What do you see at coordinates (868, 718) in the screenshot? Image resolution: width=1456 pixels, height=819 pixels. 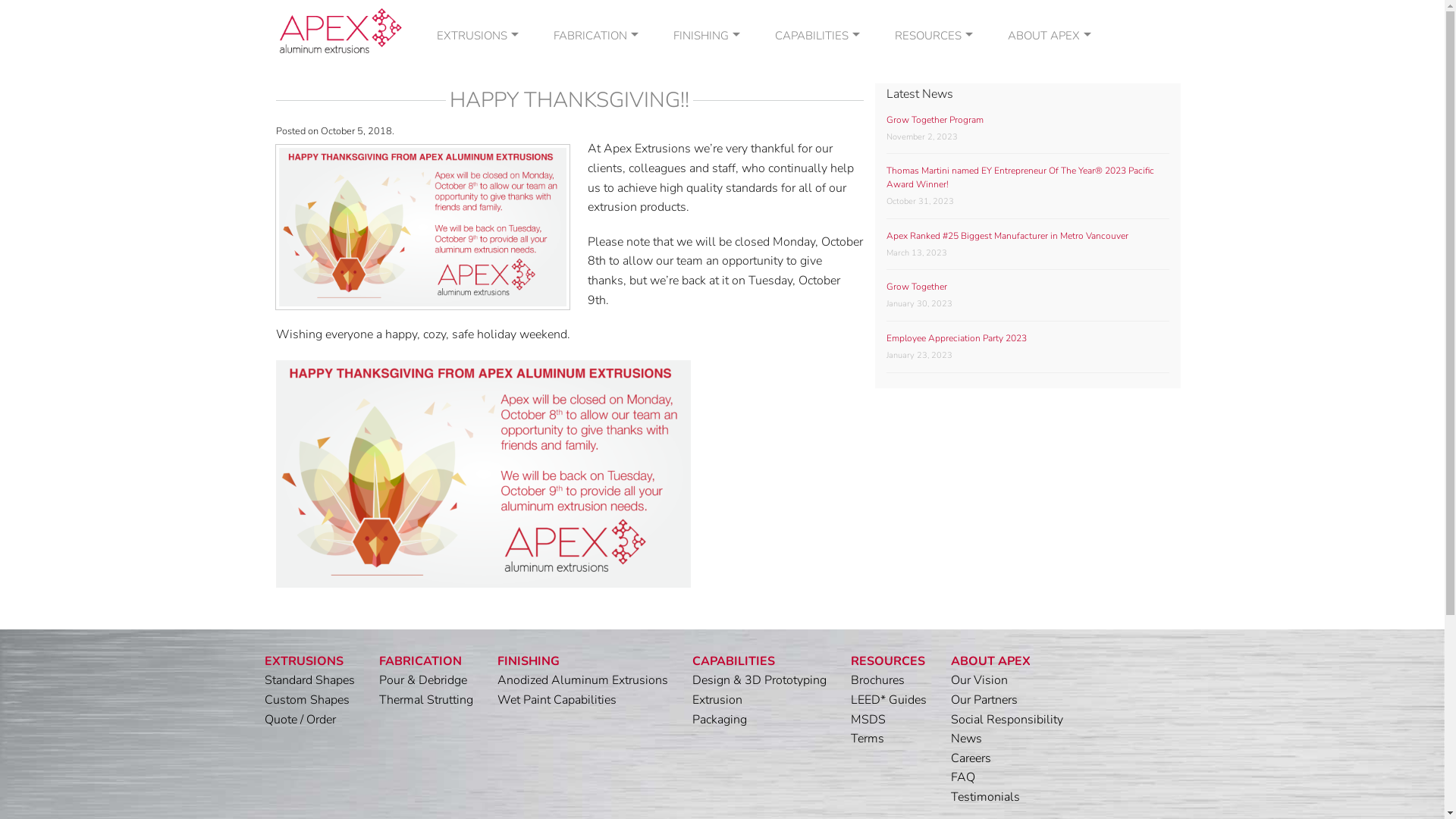 I see `'MSDS'` at bounding box center [868, 718].